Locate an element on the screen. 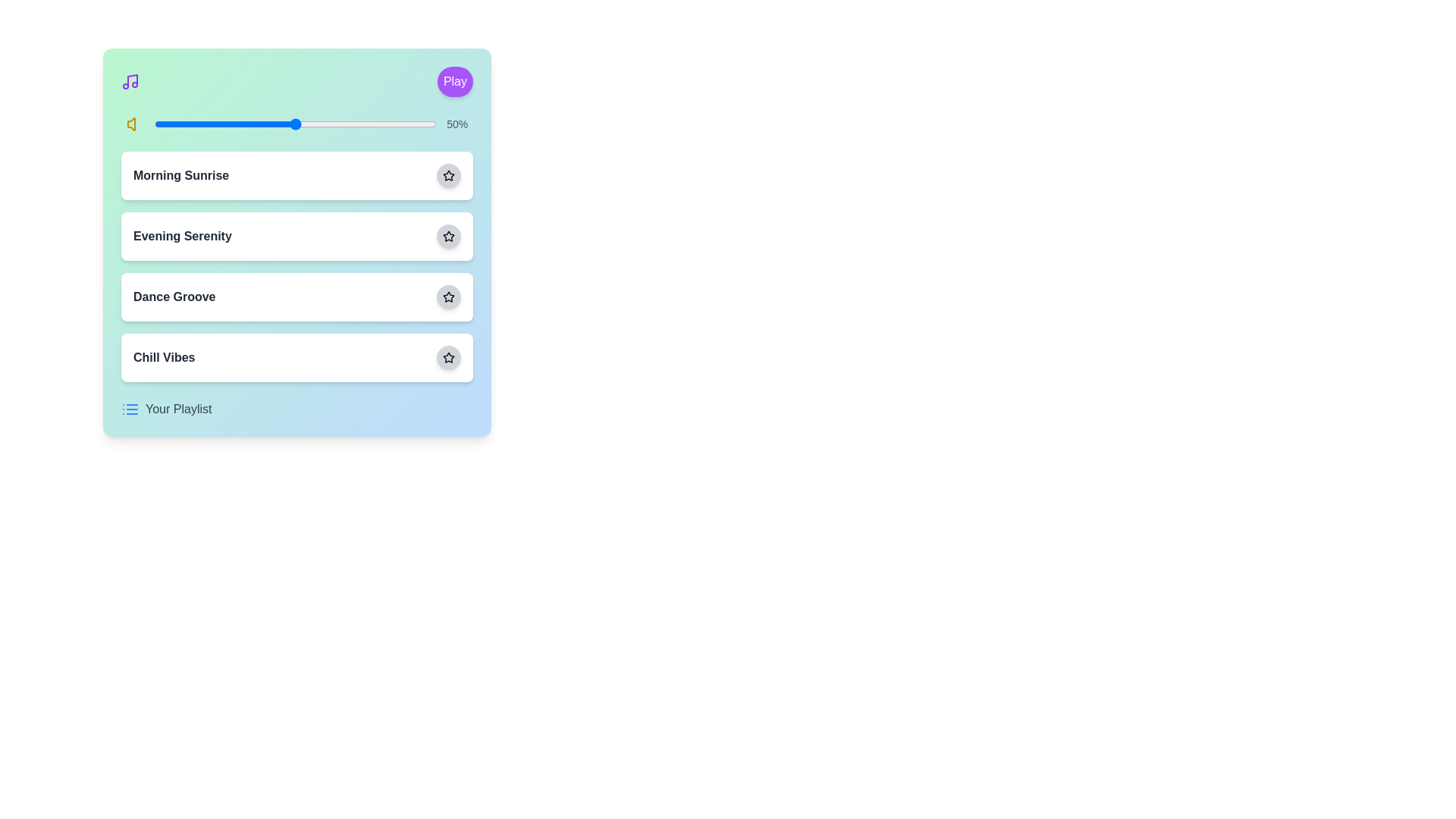 This screenshot has width=1456, height=819. the slider is located at coordinates (303, 124).